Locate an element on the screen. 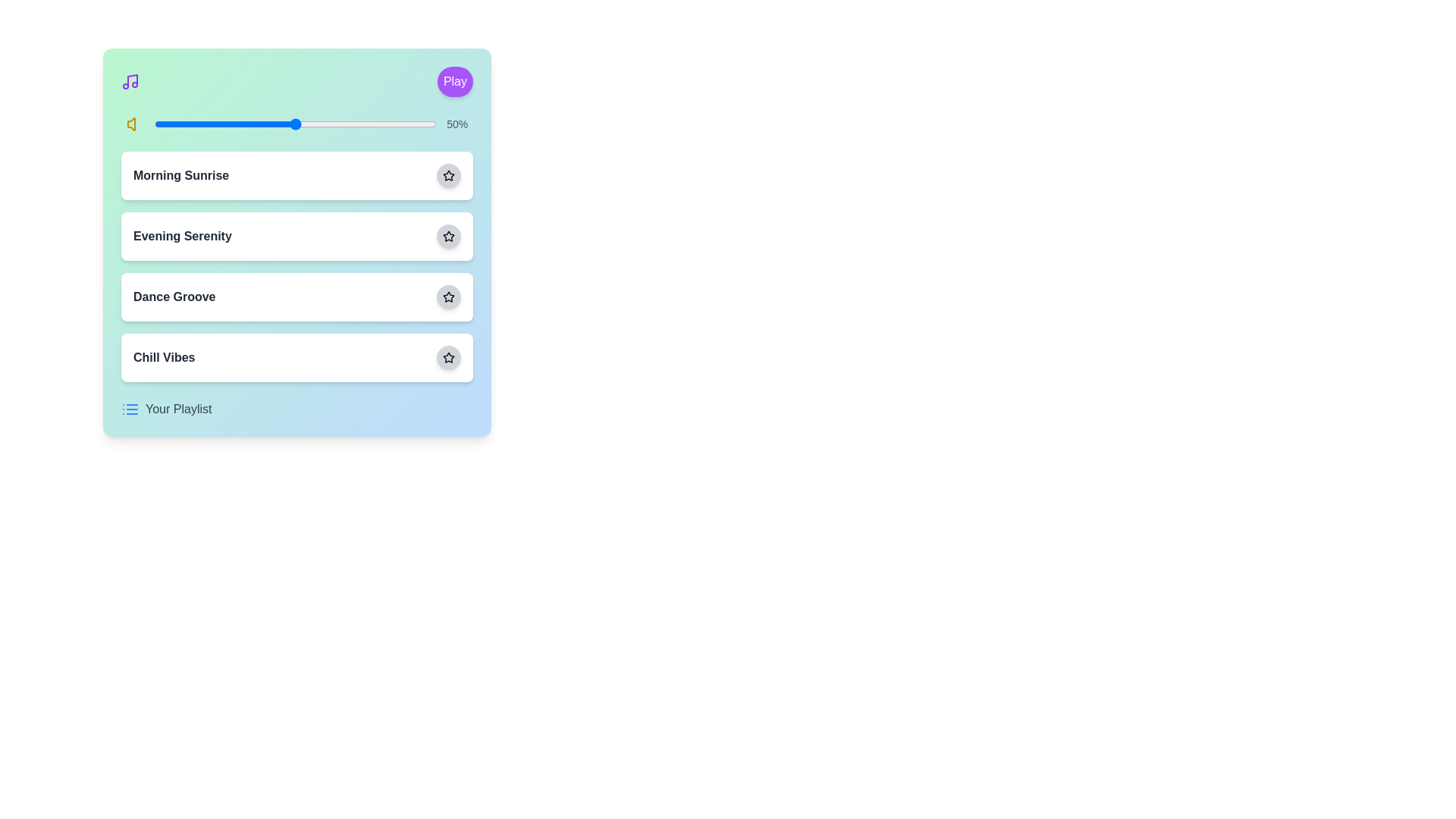 This screenshot has width=1456, height=819. the slider is located at coordinates (303, 124).